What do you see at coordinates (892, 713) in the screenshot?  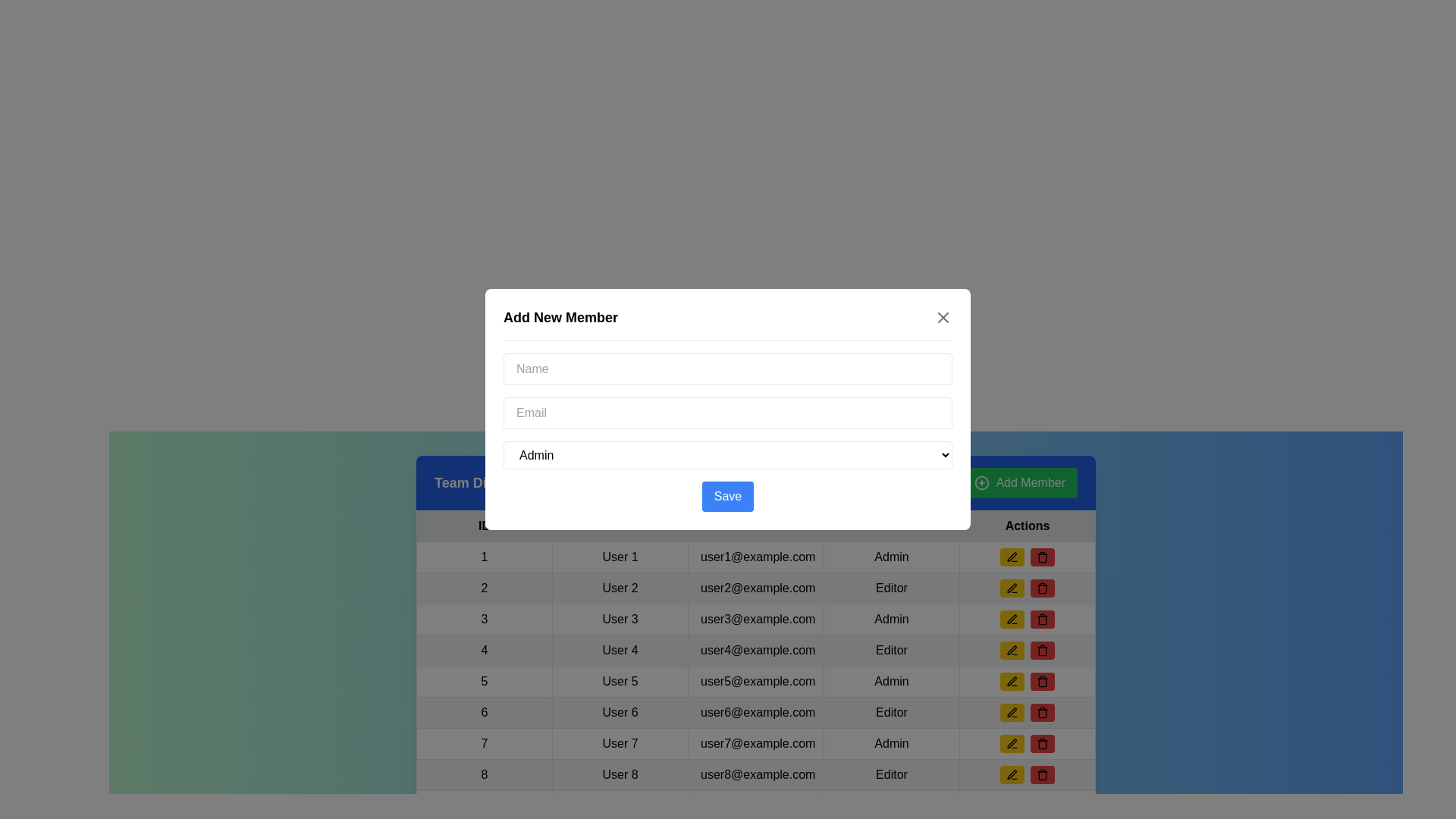 I see `the static text element 'Editor' located in the 'Role' column of the sixth row in the table, which is positioned between the 'Email' column and the 'Actions' column` at bounding box center [892, 713].